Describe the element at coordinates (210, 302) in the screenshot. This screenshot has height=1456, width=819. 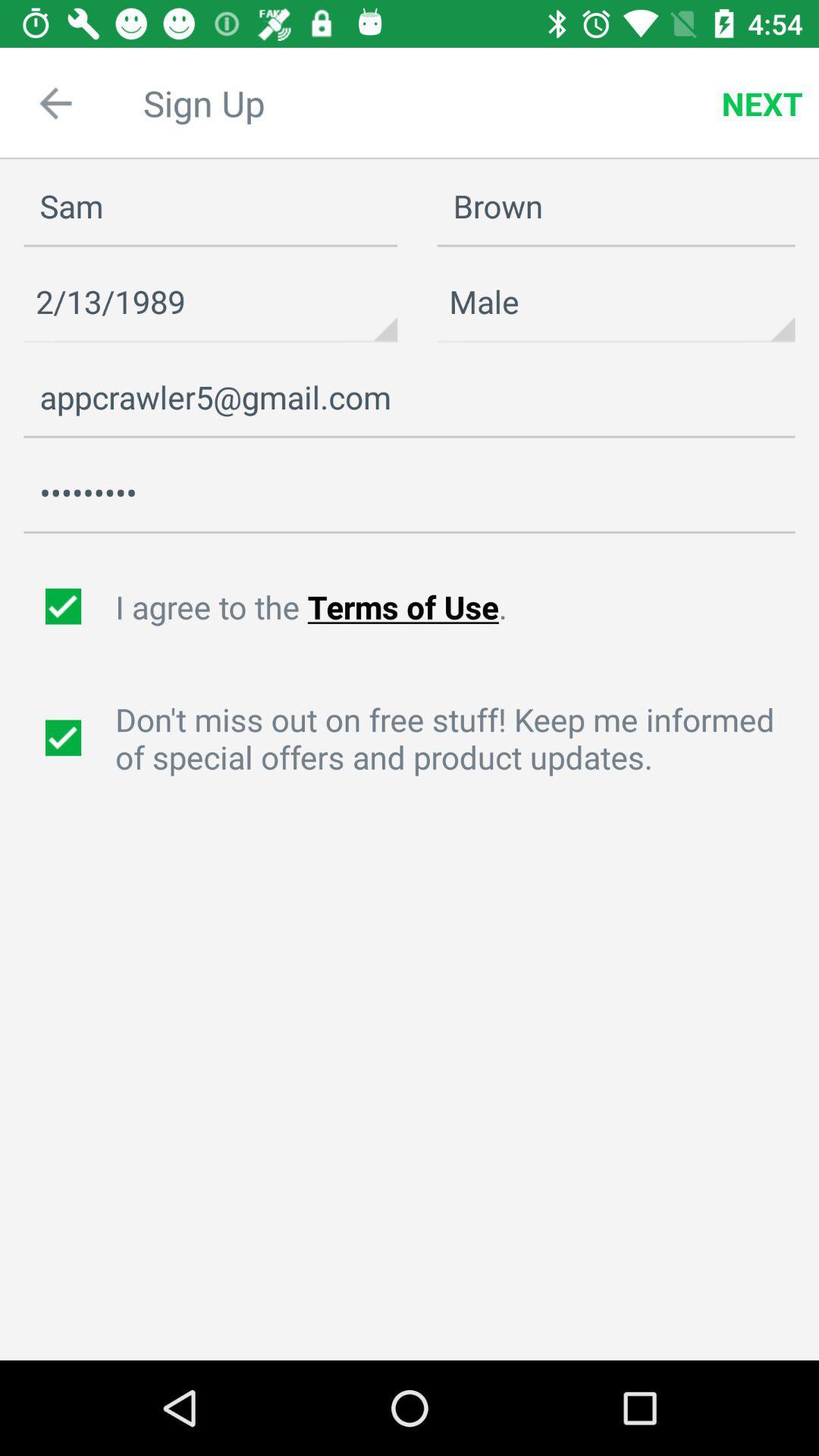
I see `the item to the left of the brown item` at that location.